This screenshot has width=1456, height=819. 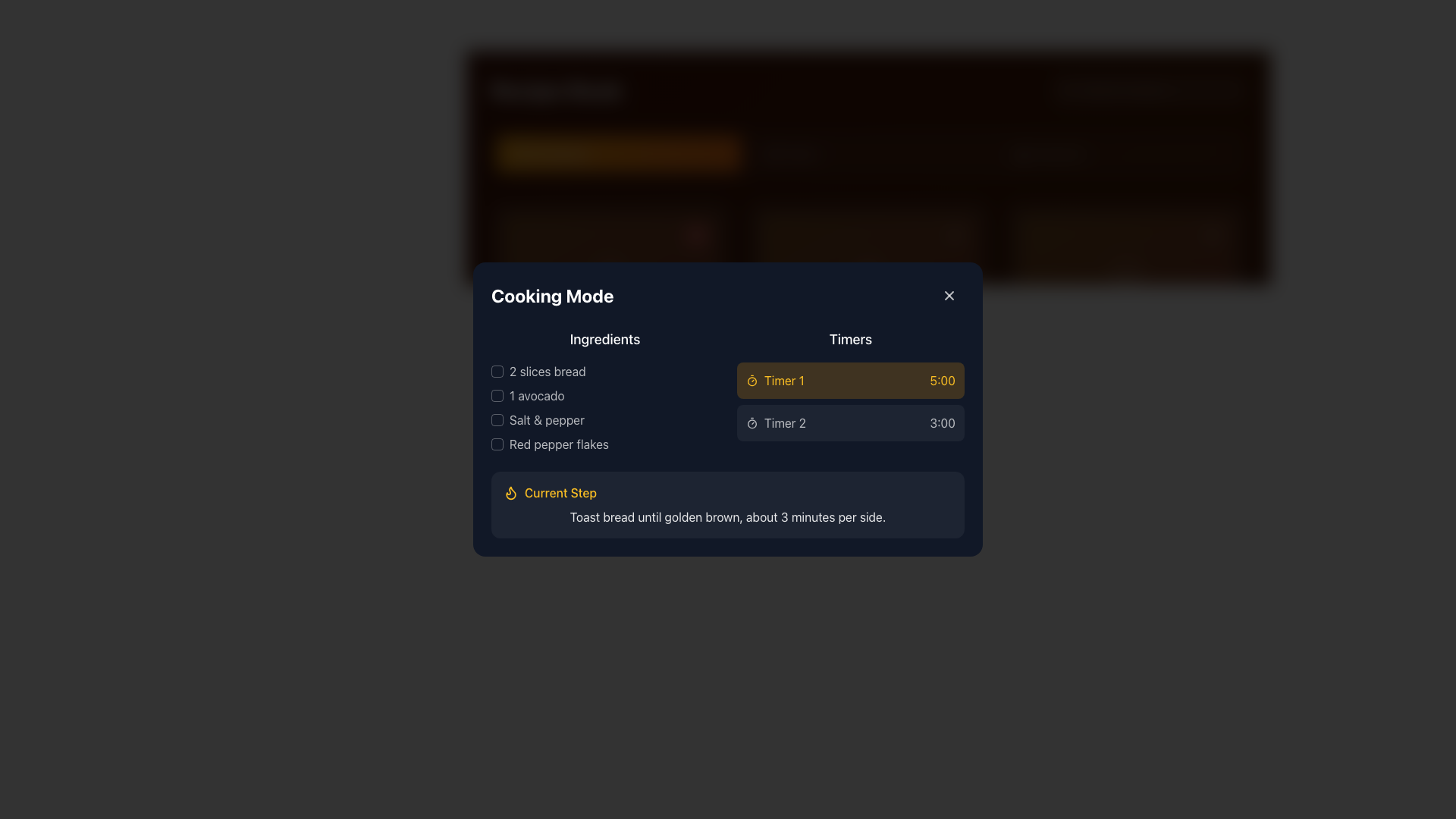 I want to click on the first star icon from the left in the 'Timers' section, which is styled with a golden amber color and indicates an active state, so click(x=909, y=359).